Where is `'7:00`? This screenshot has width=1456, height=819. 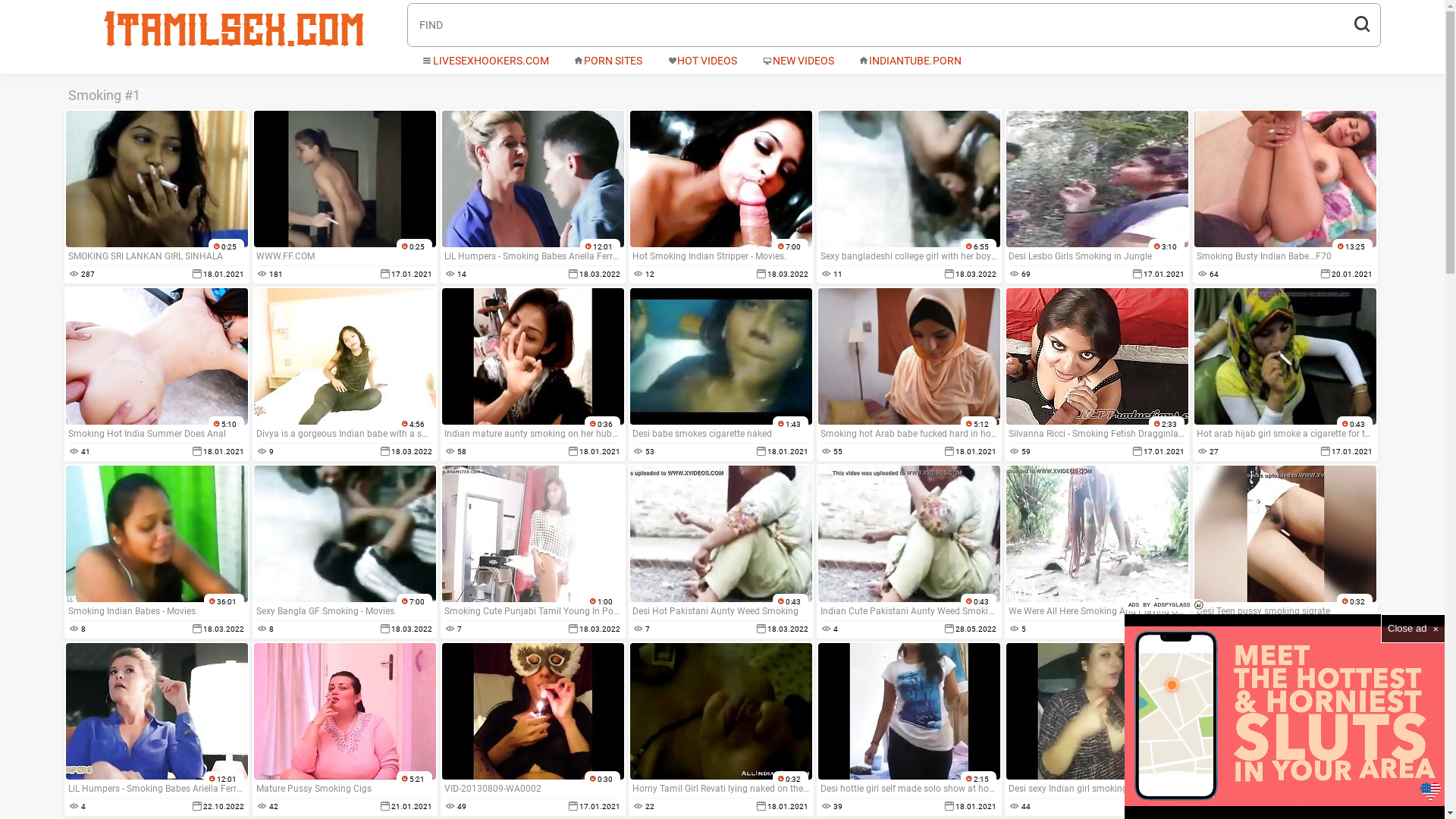
'7:00 is located at coordinates (629, 195).